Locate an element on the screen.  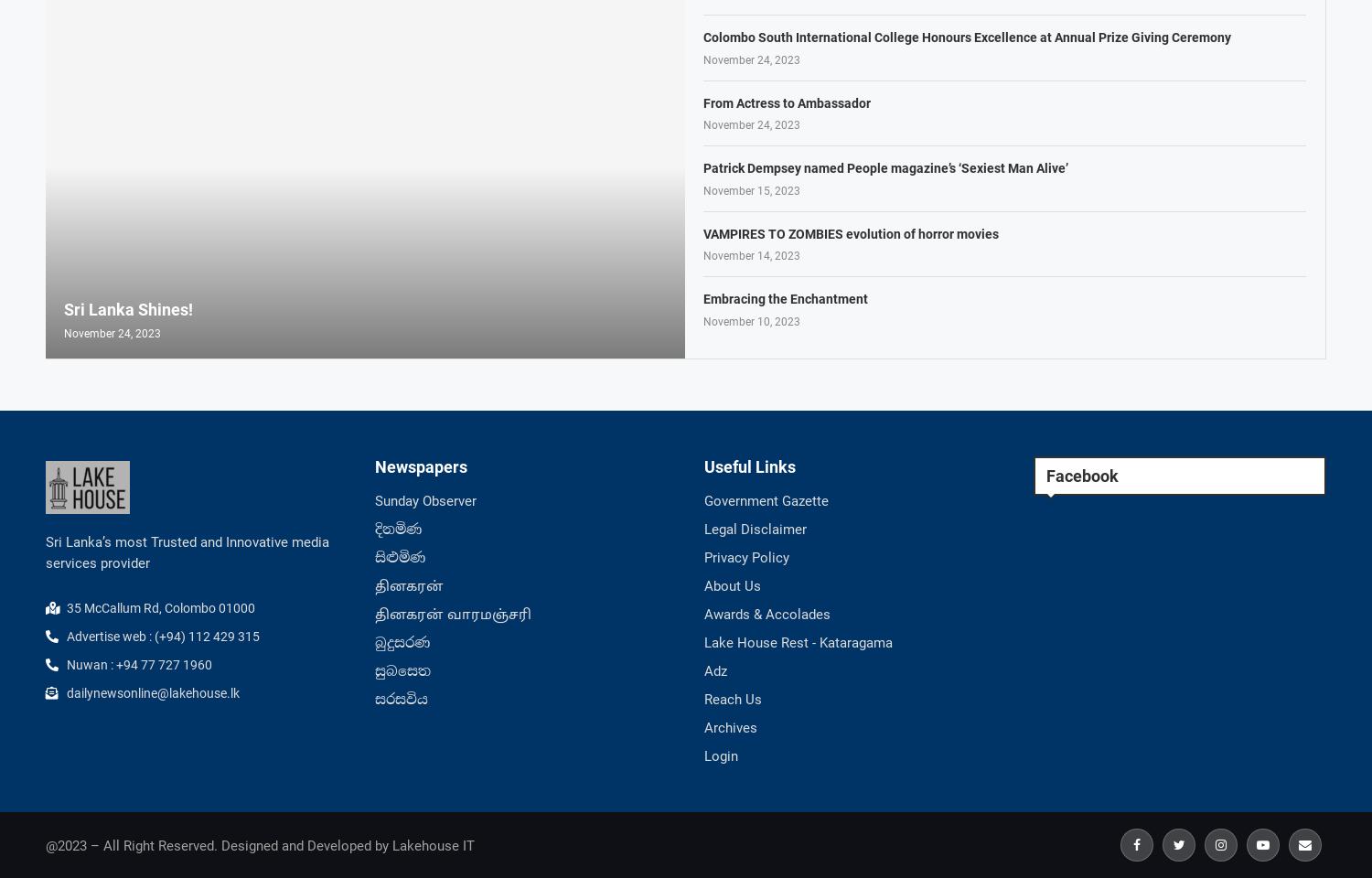
'November 15, 2023' is located at coordinates (751, 190).